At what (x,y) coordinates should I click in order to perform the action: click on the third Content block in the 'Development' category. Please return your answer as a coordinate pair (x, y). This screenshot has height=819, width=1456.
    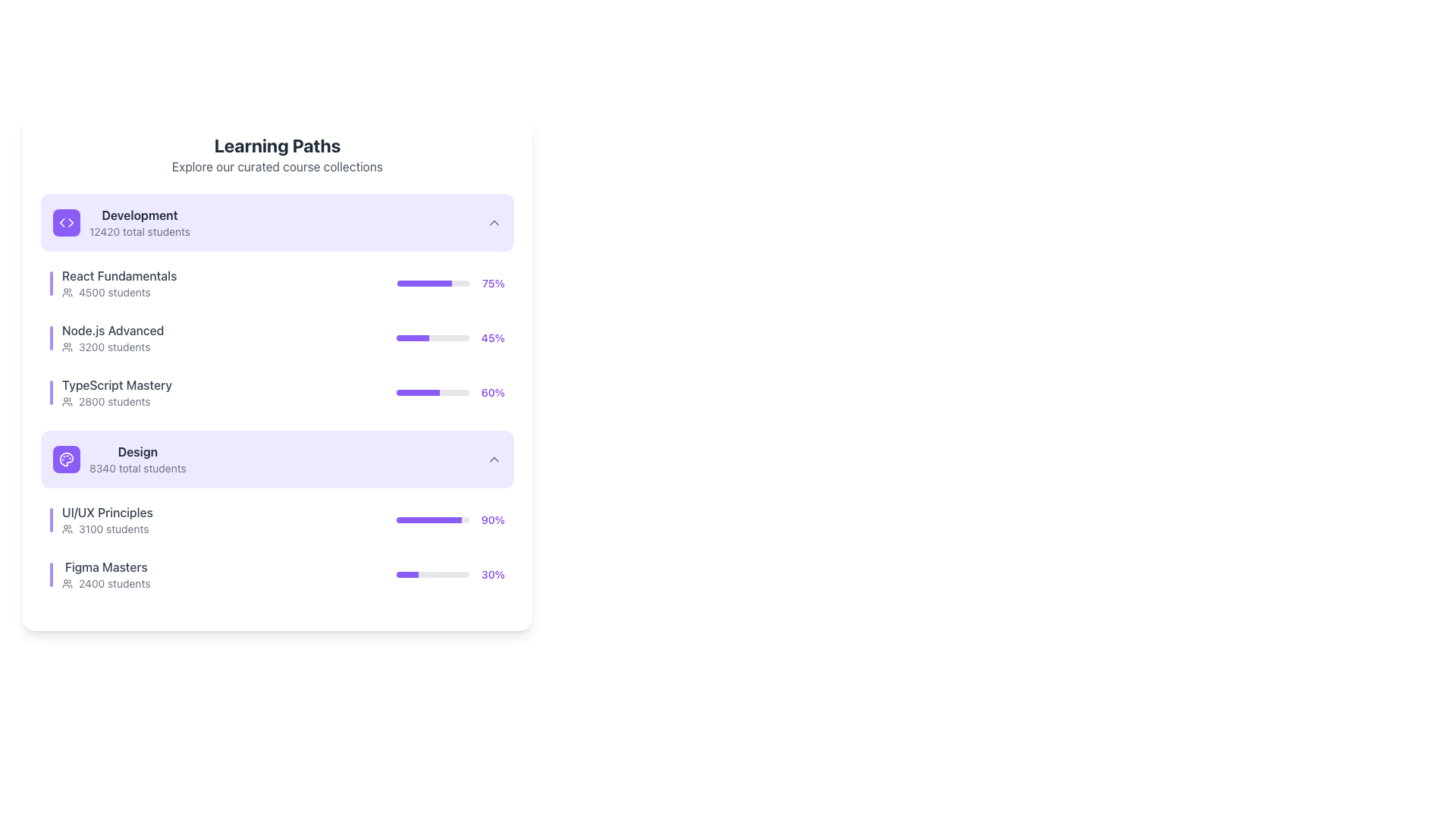
    Looking at the image, I should click on (277, 306).